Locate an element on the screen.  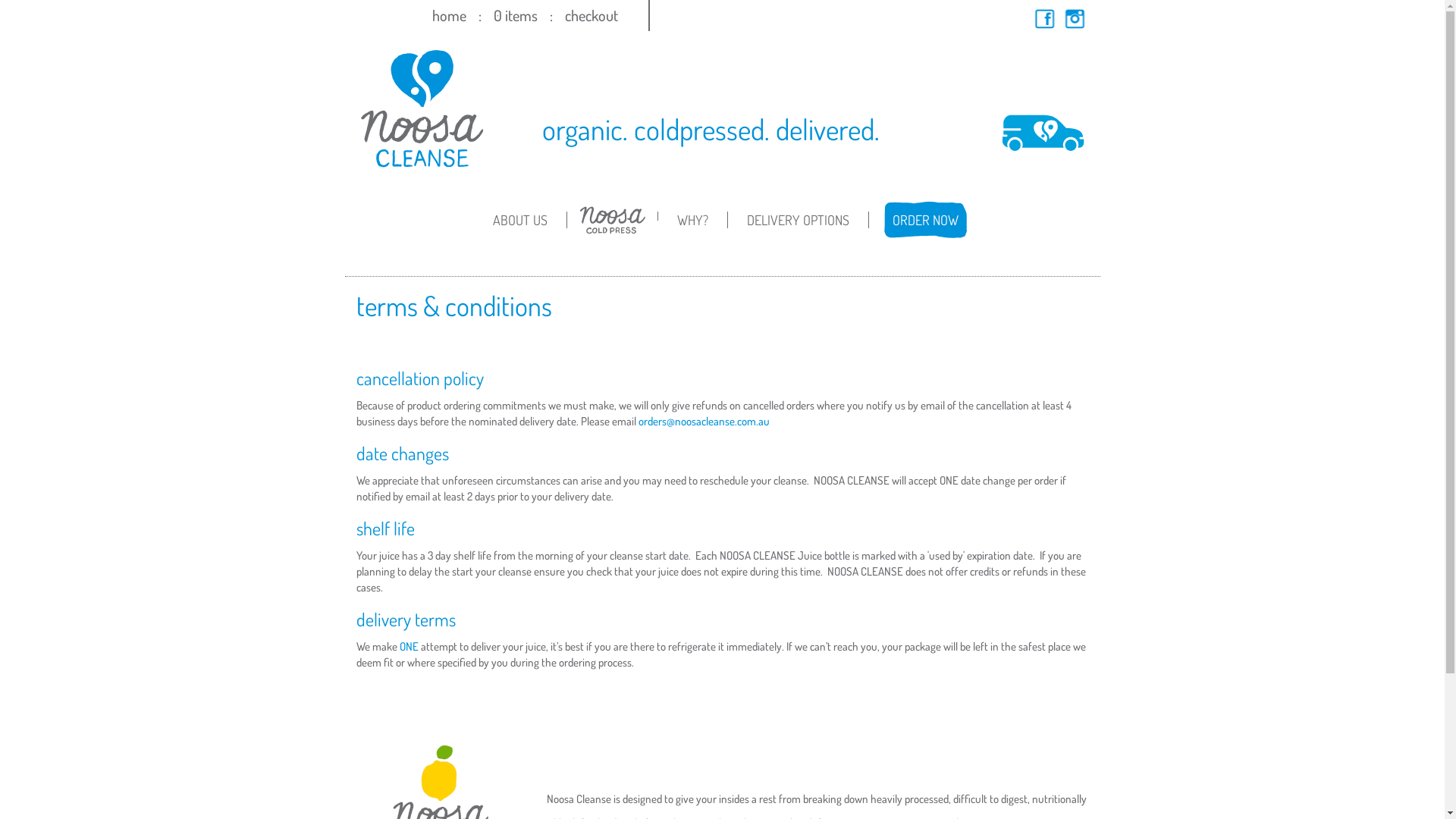
'Instagram' is located at coordinates (1074, 18).